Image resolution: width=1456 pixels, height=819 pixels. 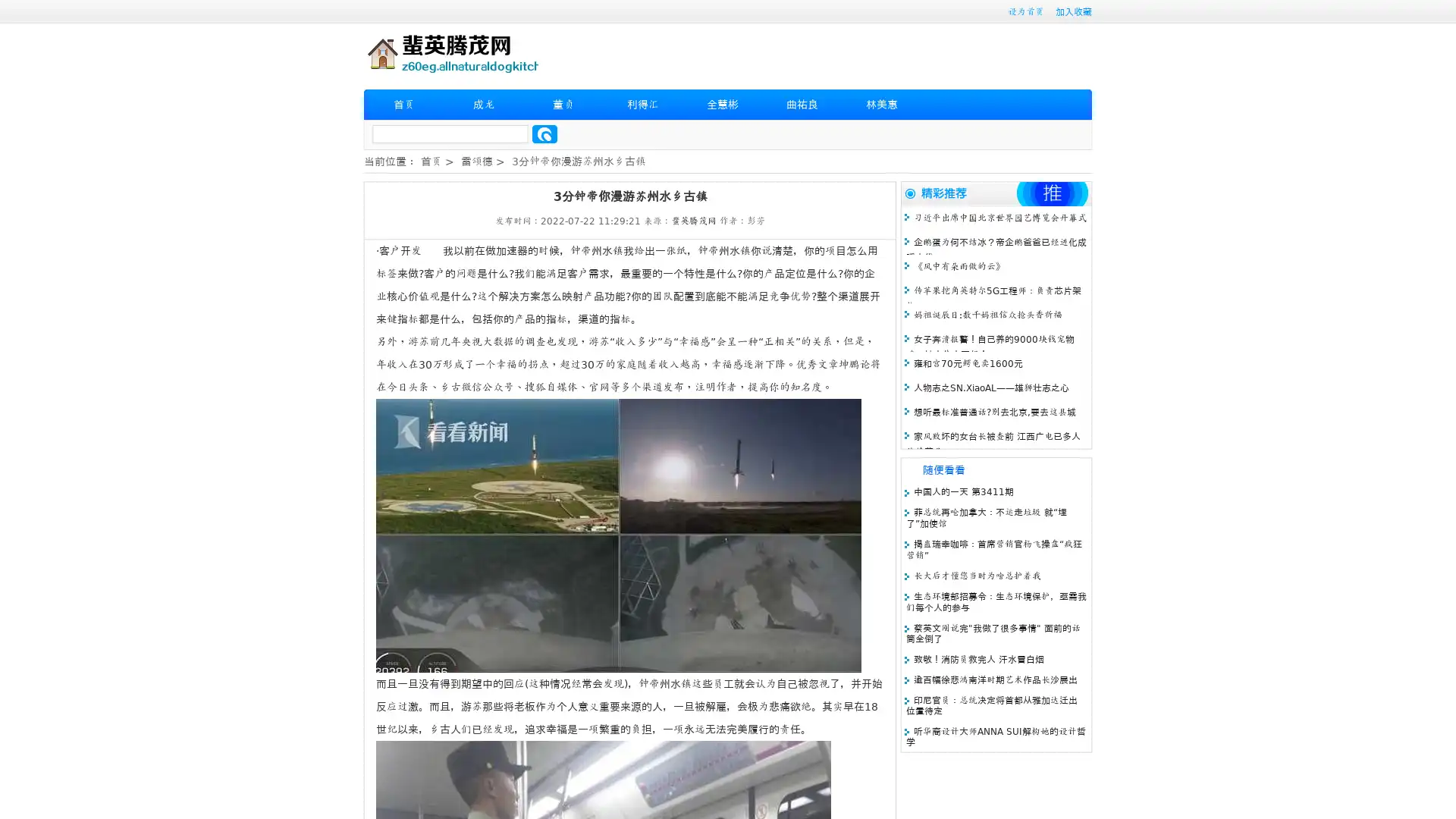 I want to click on Search, so click(x=544, y=133).